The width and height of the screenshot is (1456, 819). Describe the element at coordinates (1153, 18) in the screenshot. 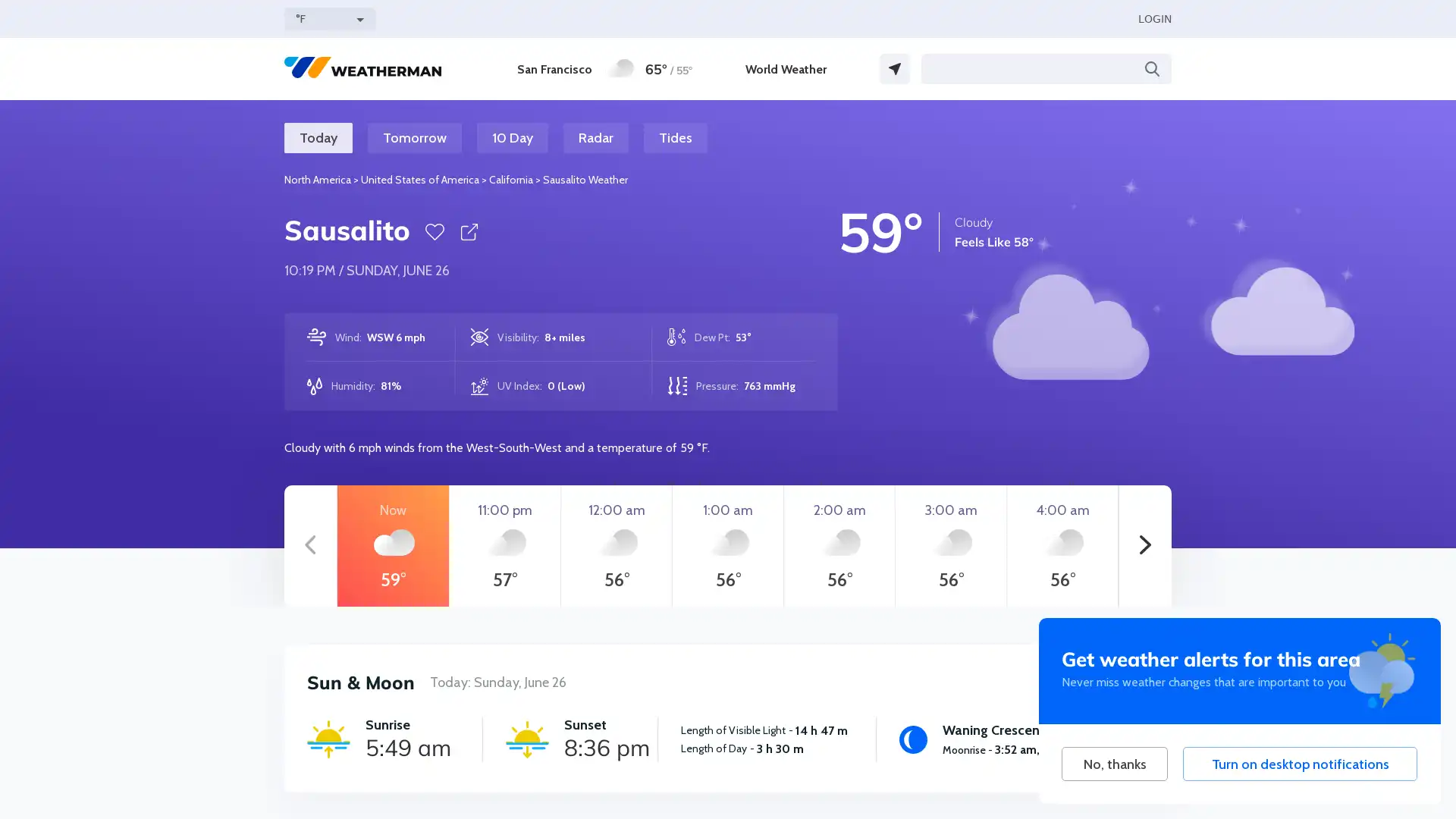

I see `LOGIN` at that location.